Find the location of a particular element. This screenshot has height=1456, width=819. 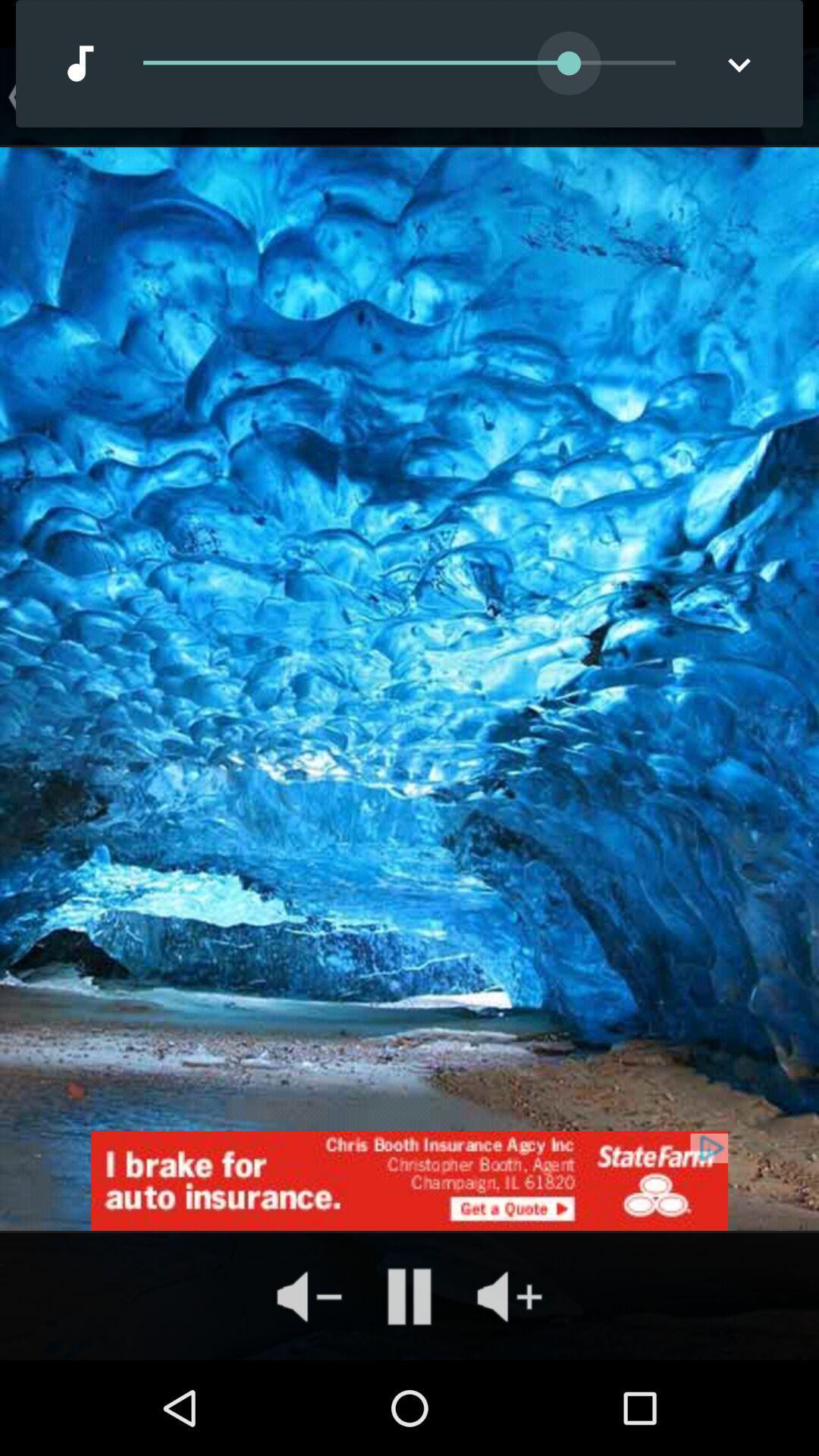

the volume icon is located at coordinates (309, 1295).